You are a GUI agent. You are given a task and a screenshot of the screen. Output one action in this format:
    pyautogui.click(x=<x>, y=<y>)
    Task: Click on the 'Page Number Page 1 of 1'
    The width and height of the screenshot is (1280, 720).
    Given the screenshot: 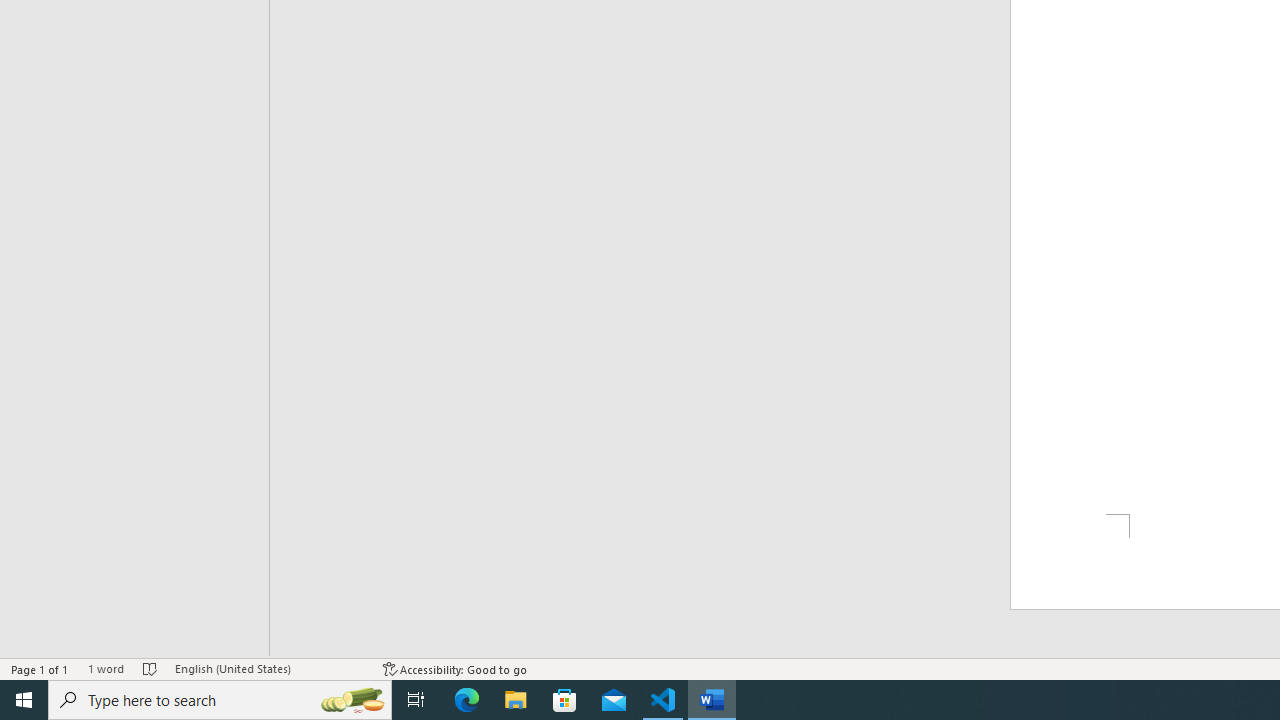 What is the action you would take?
    pyautogui.click(x=40, y=669)
    